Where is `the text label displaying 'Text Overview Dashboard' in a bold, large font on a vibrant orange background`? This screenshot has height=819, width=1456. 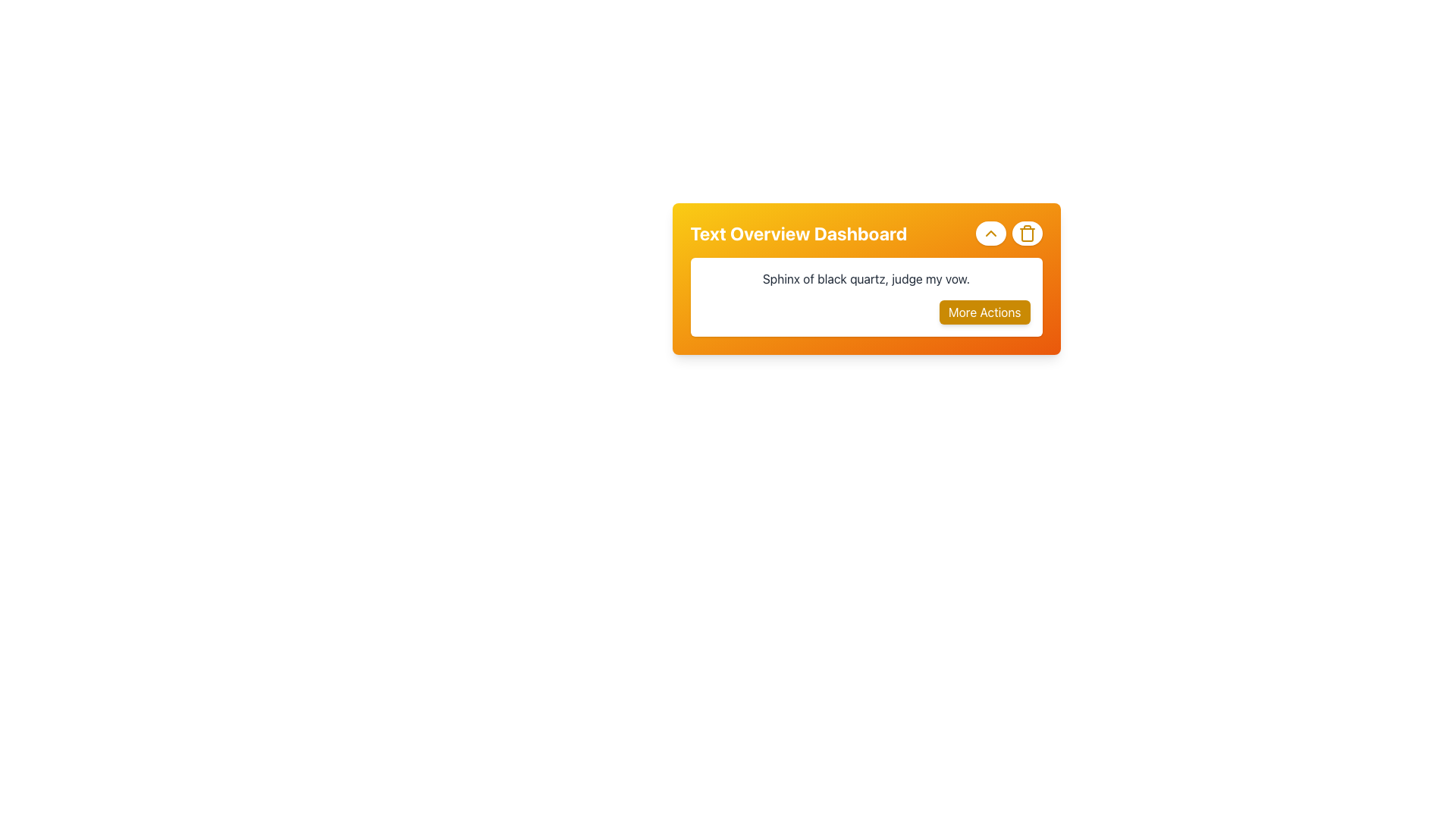
the text label displaying 'Text Overview Dashboard' in a bold, large font on a vibrant orange background is located at coordinates (798, 234).